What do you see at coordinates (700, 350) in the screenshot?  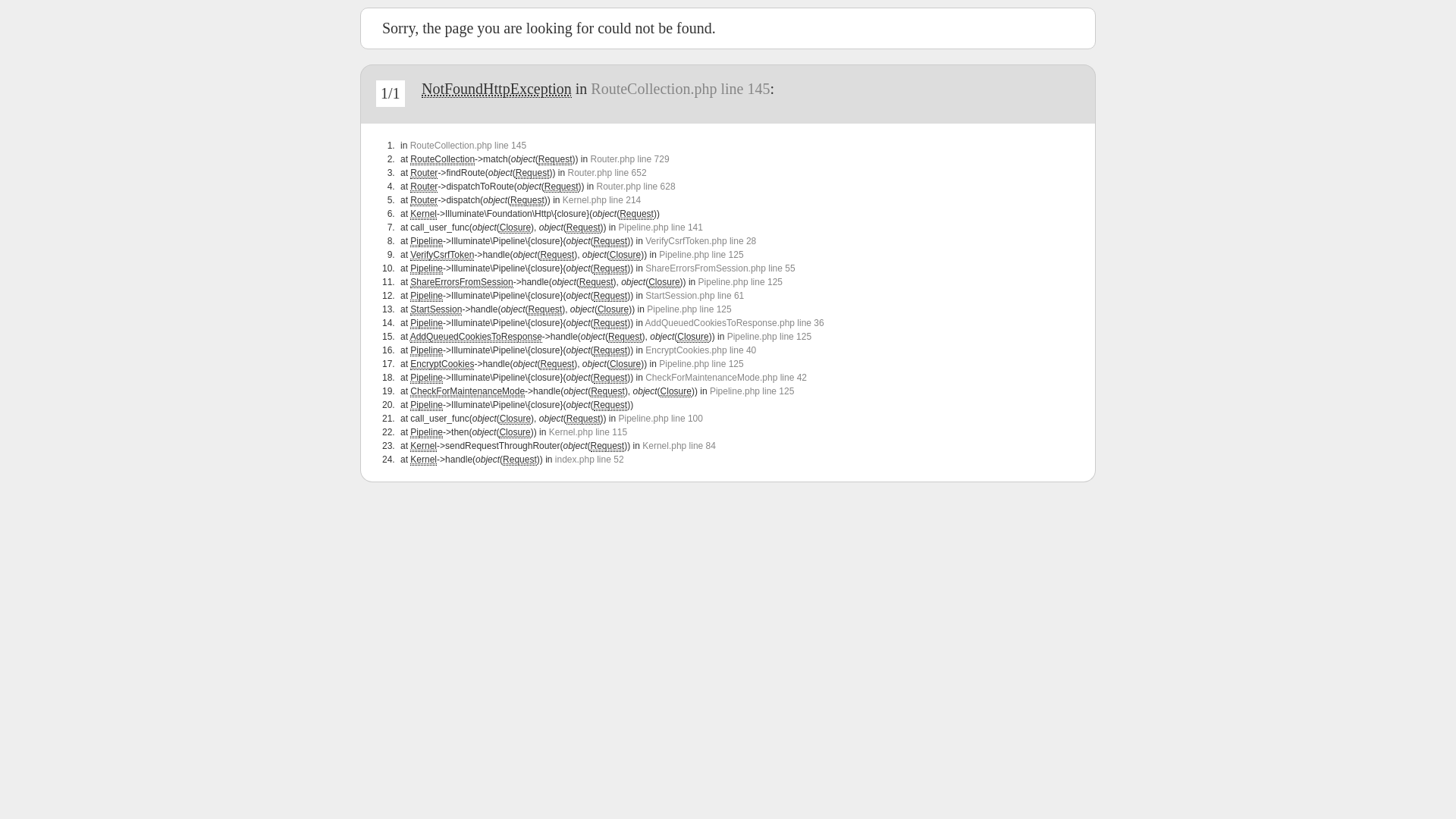 I see `'EncryptCookies.php line 40'` at bounding box center [700, 350].